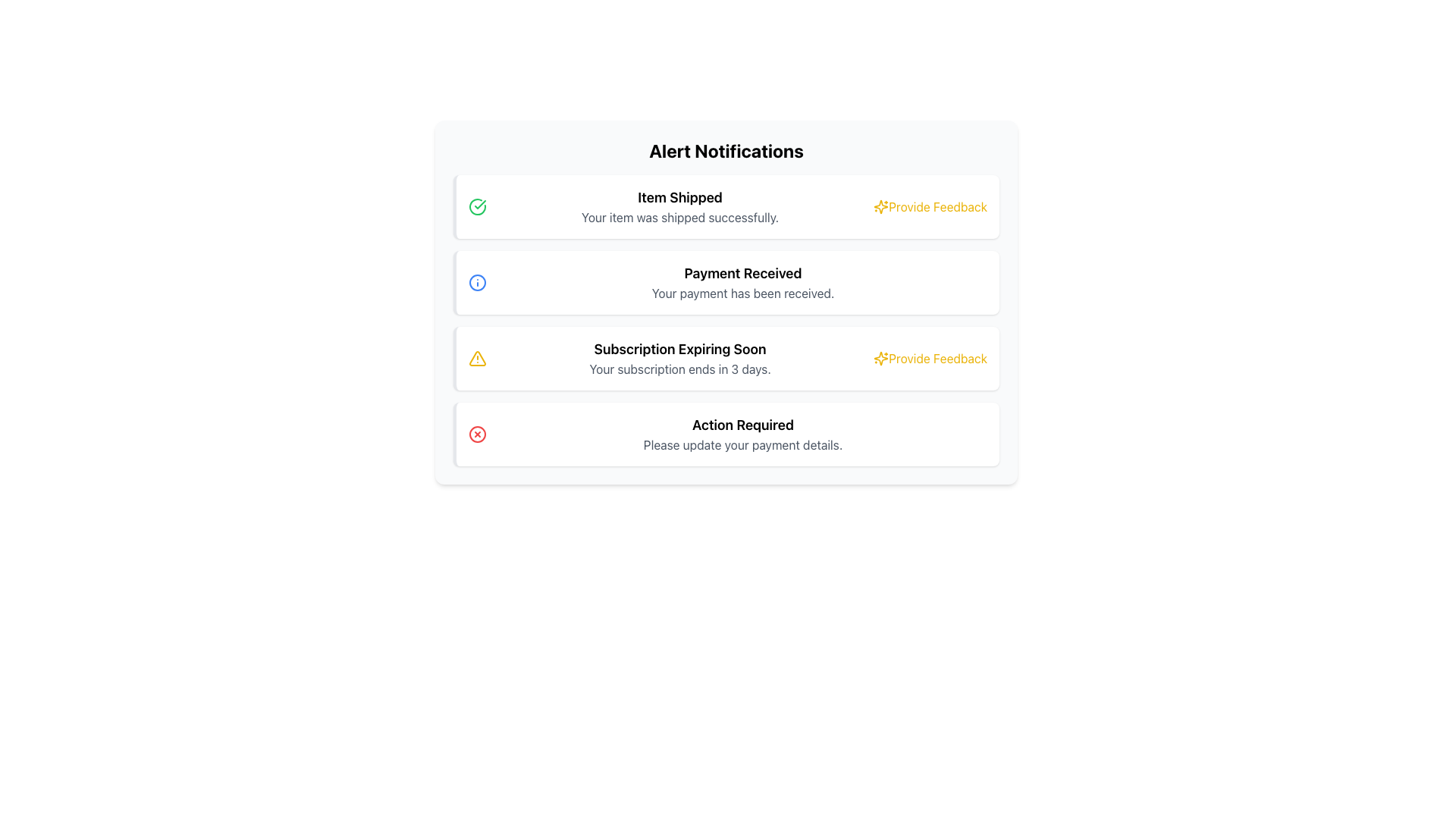 The width and height of the screenshot is (1456, 819). What do you see at coordinates (679, 359) in the screenshot?
I see `any related links or buttons that are located near the 'Subscription Expiring Soon' notification, which is the third notification in the list of alerts` at bounding box center [679, 359].